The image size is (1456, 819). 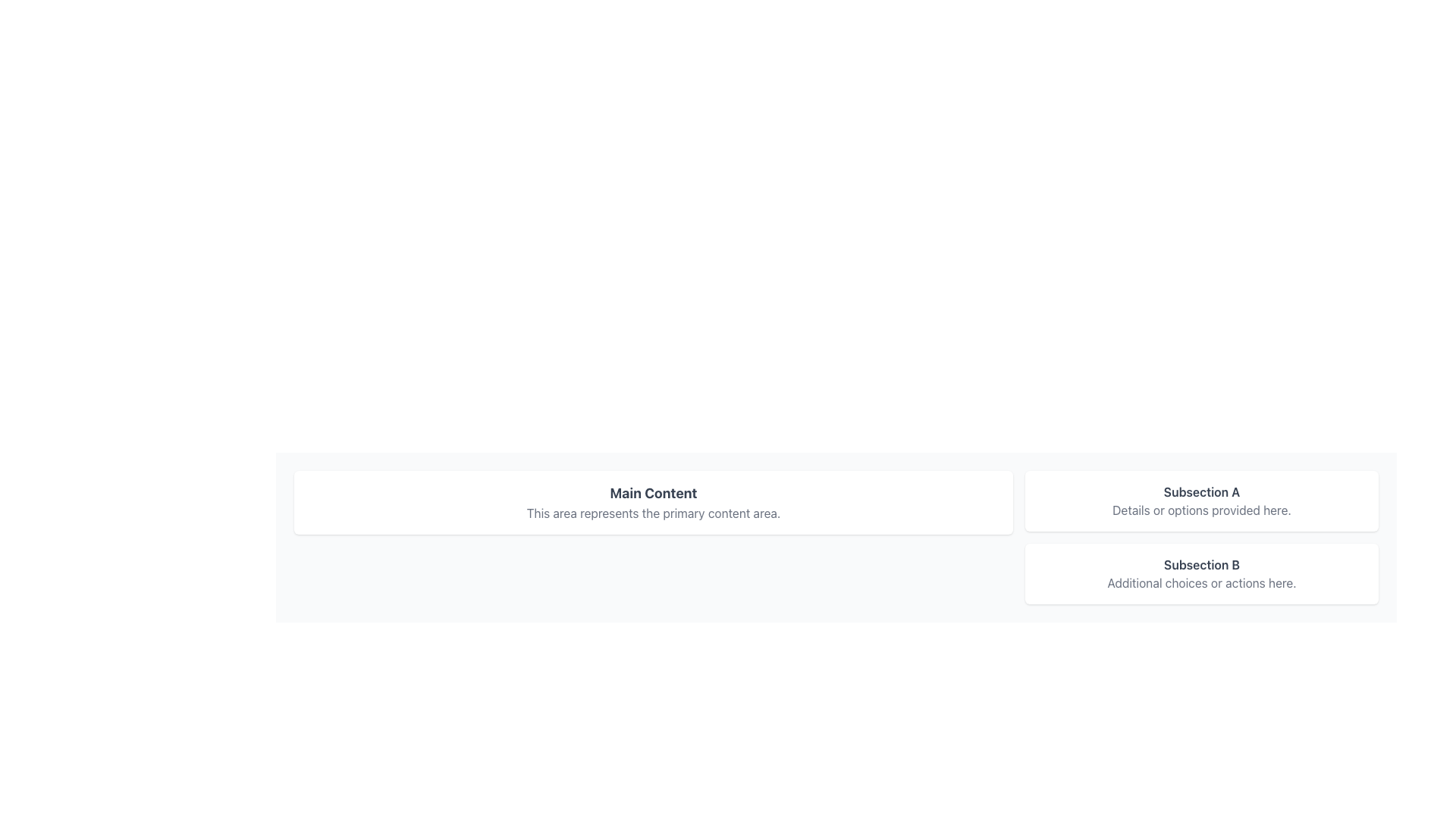 What do you see at coordinates (1200, 573) in the screenshot?
I see `text content of the Section card labeled 'Subsection B' located in the bottom-right corner of the interface` at bounding box center [1200, 573].